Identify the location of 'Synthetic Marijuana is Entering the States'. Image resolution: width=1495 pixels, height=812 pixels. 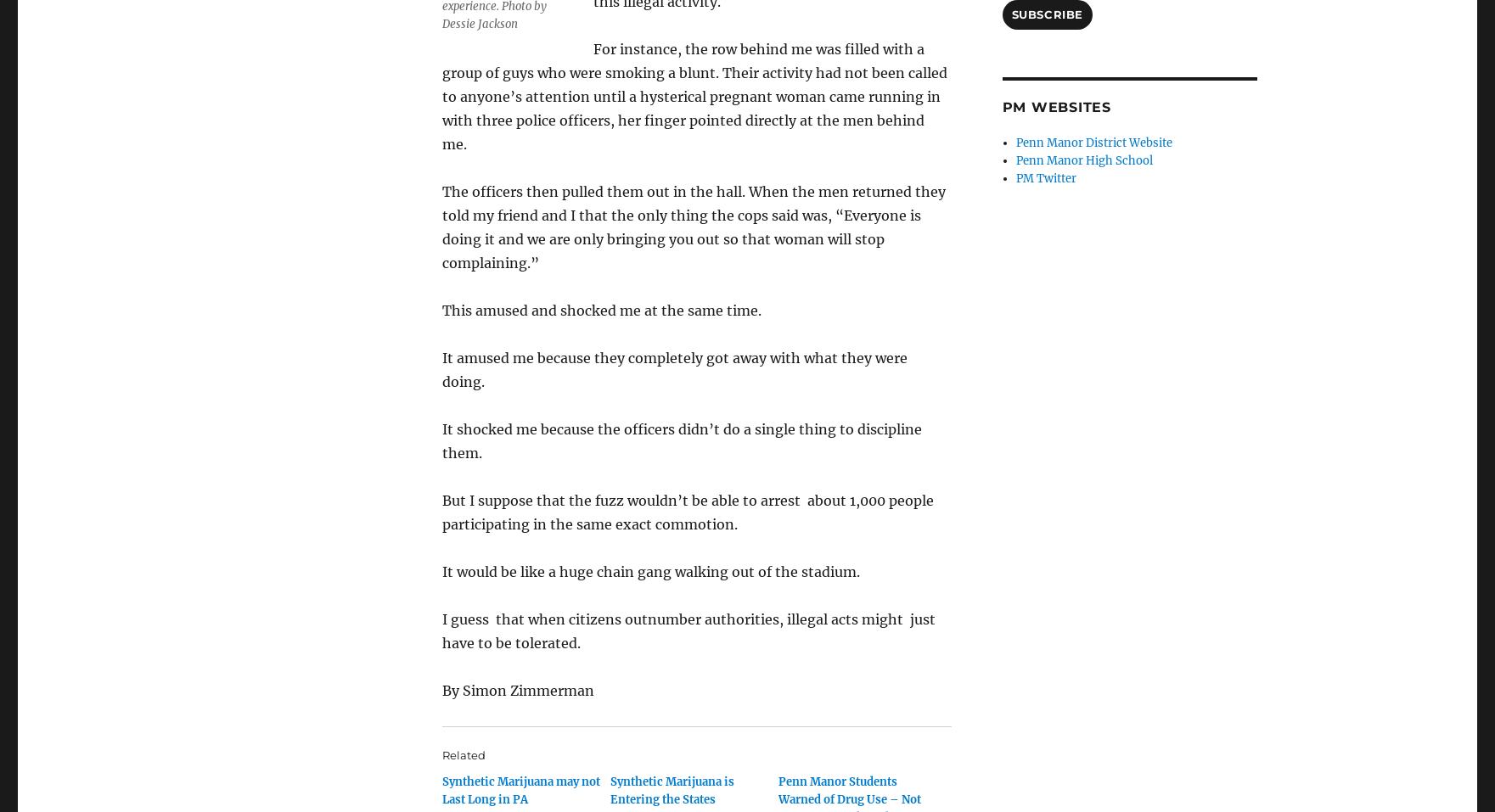
(672, 791).